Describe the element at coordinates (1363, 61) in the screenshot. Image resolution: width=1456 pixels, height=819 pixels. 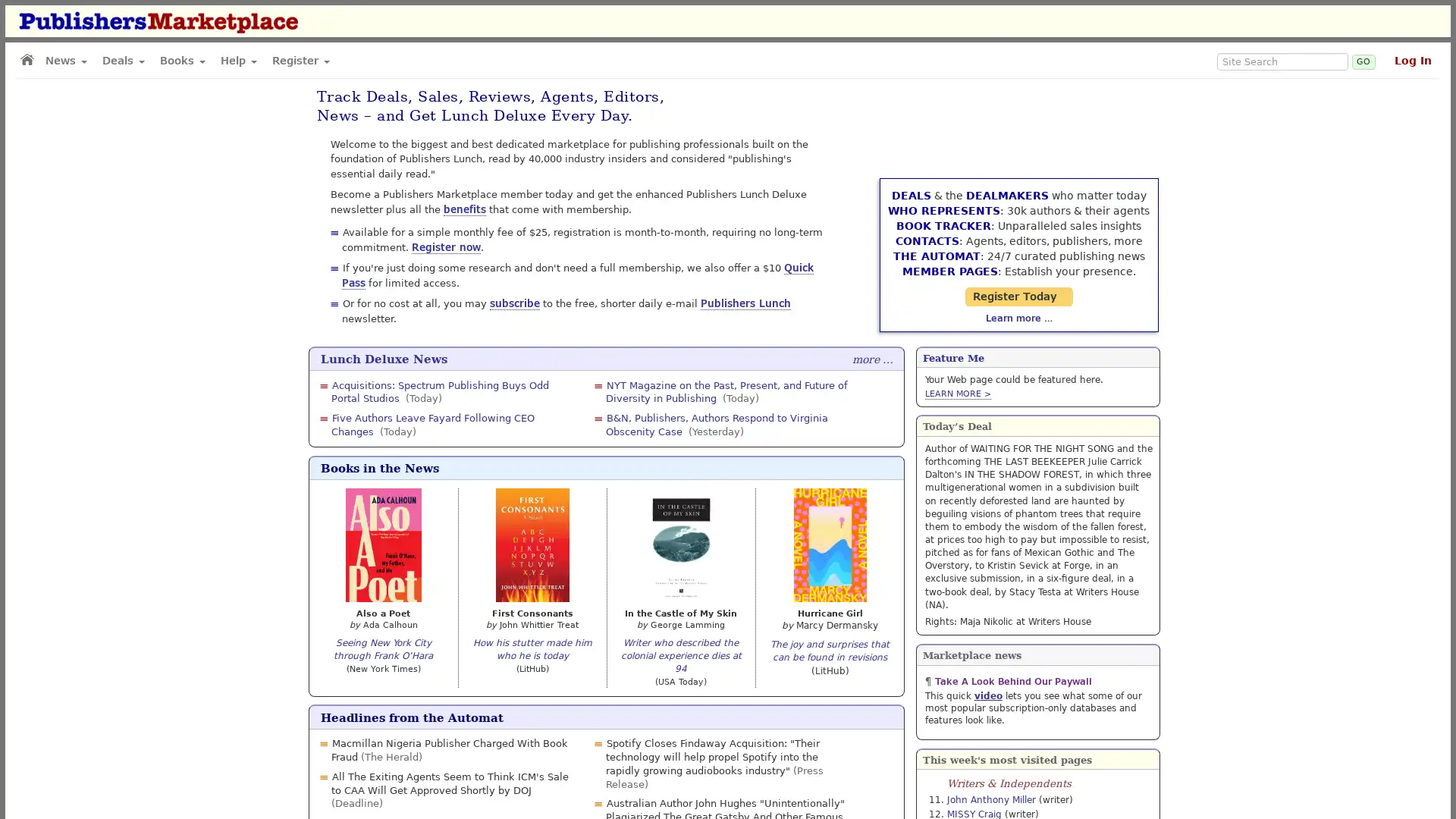
I see `GO` at that location.